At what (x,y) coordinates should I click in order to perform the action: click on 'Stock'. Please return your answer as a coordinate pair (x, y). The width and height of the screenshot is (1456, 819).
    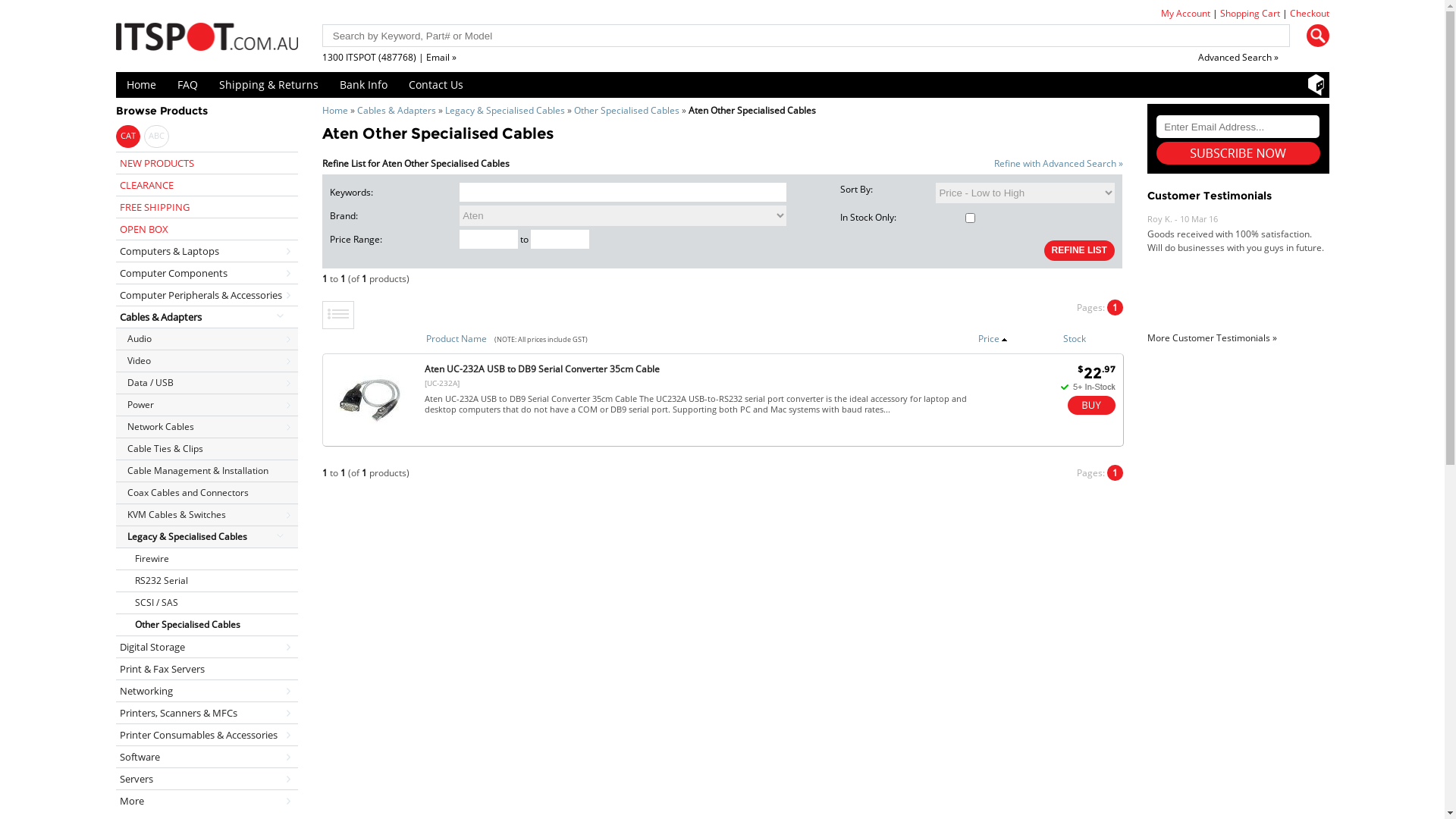
    Looking at the image, I should click on (1073, 337).